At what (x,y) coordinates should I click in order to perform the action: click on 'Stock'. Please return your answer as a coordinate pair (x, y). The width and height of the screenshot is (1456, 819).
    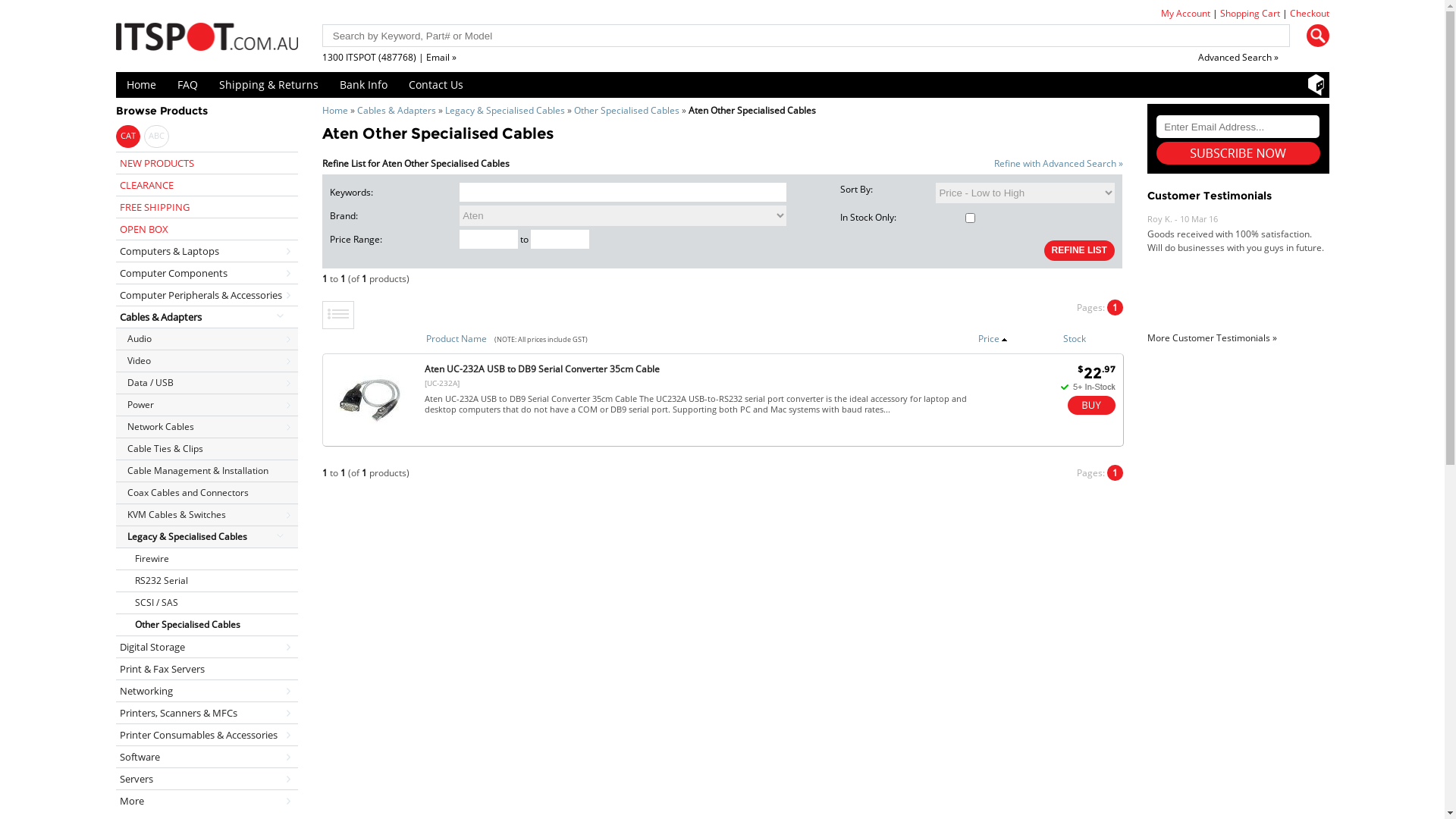
    Looking at the image, I should click on (1073, 337).